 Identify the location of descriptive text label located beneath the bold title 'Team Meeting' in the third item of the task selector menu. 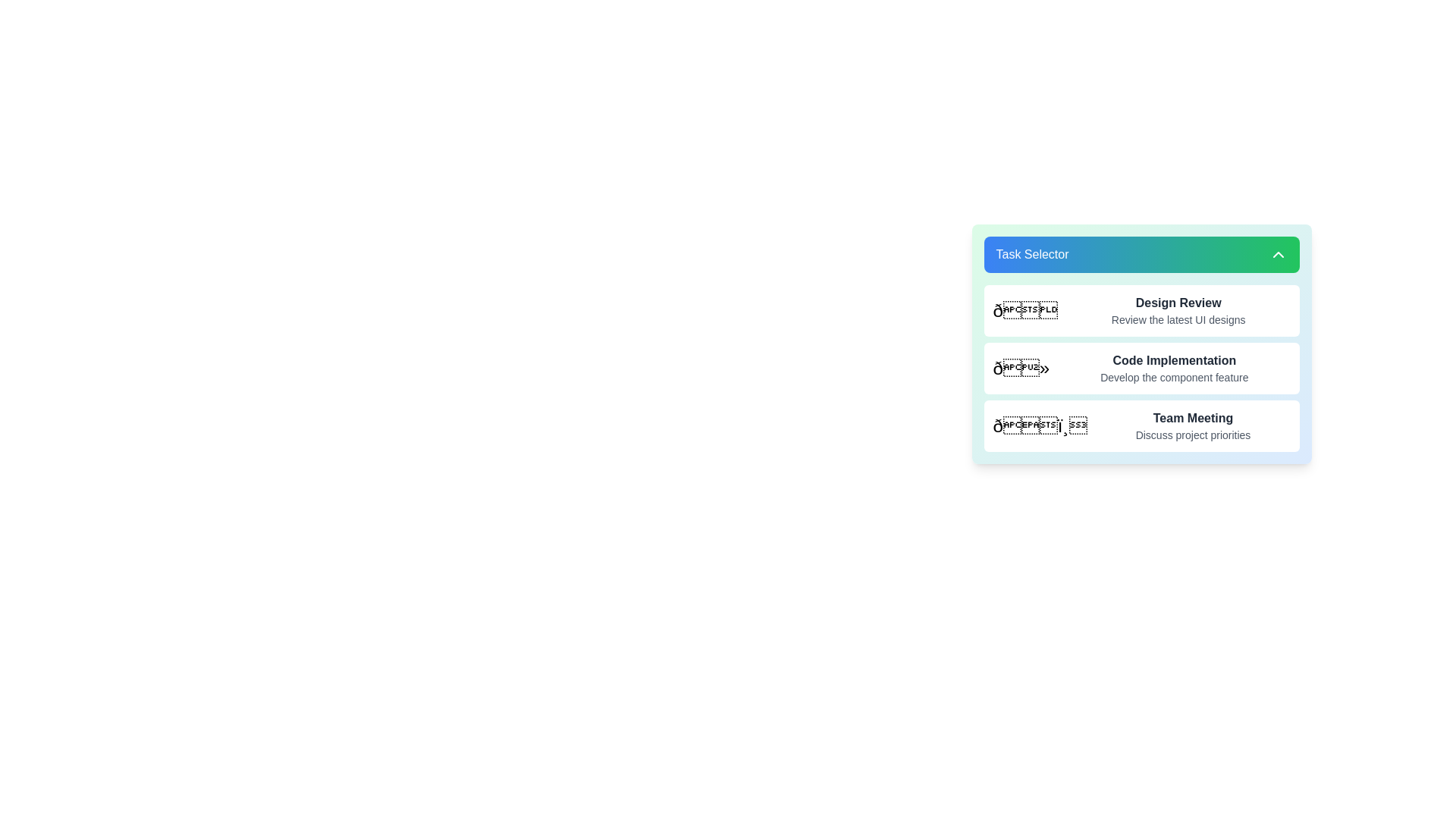
(1192, 435).